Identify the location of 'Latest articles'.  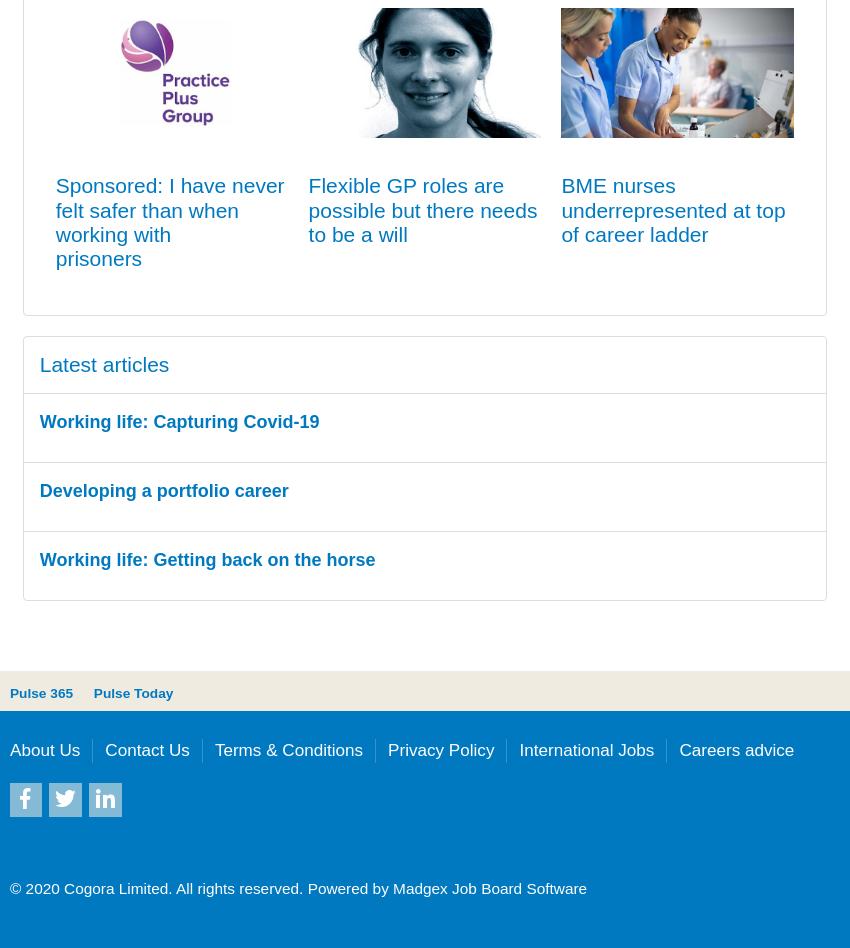
(103, 362).